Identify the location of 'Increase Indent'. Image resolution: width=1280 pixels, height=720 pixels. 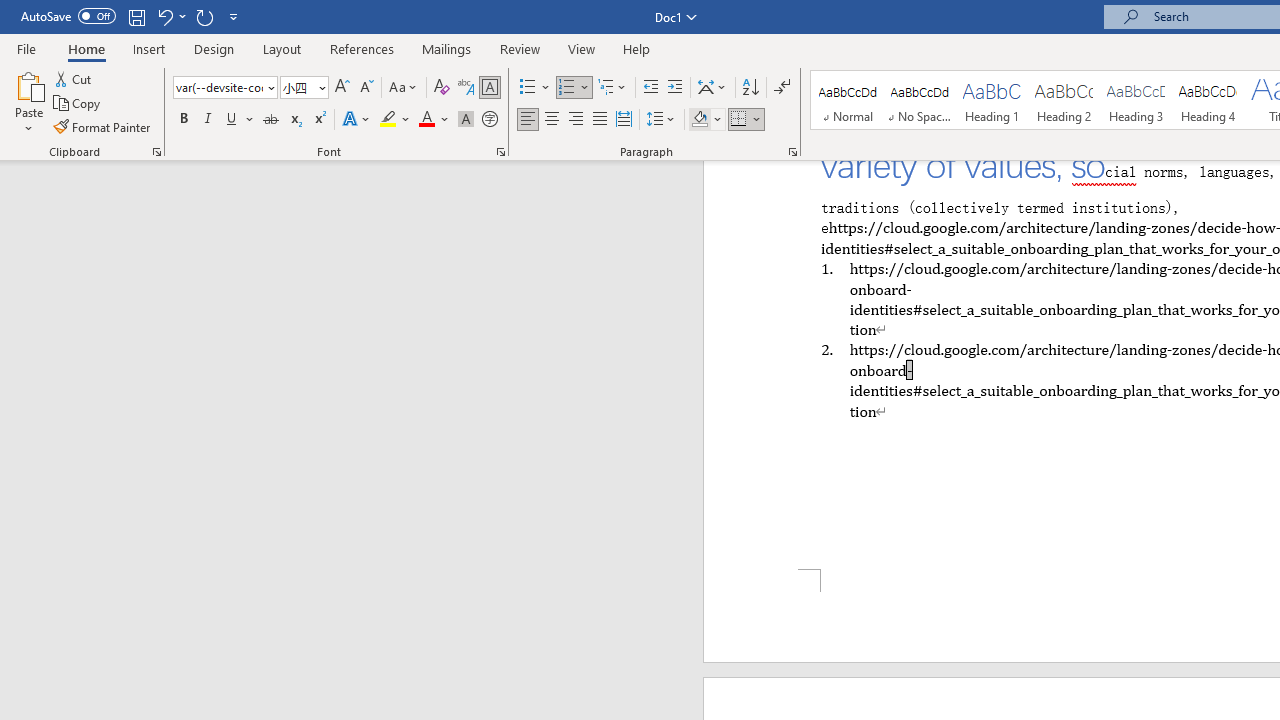
(675, 86).